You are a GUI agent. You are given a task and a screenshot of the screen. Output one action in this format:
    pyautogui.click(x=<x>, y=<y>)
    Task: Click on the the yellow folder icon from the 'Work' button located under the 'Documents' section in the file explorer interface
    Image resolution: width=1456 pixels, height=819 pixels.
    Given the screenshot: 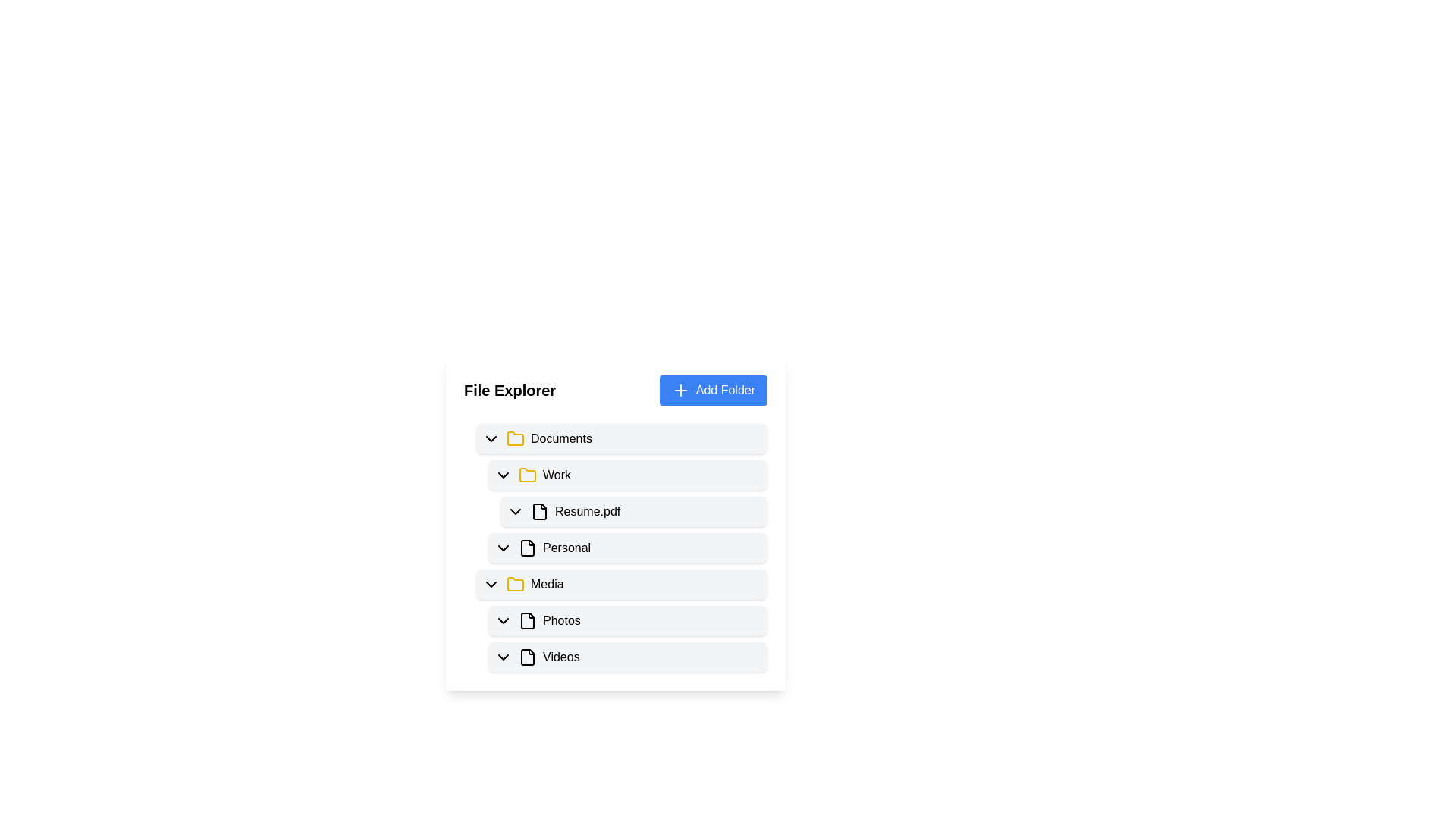 What is the action you would take?
    pyautogui.click(x=628, y=475)
    